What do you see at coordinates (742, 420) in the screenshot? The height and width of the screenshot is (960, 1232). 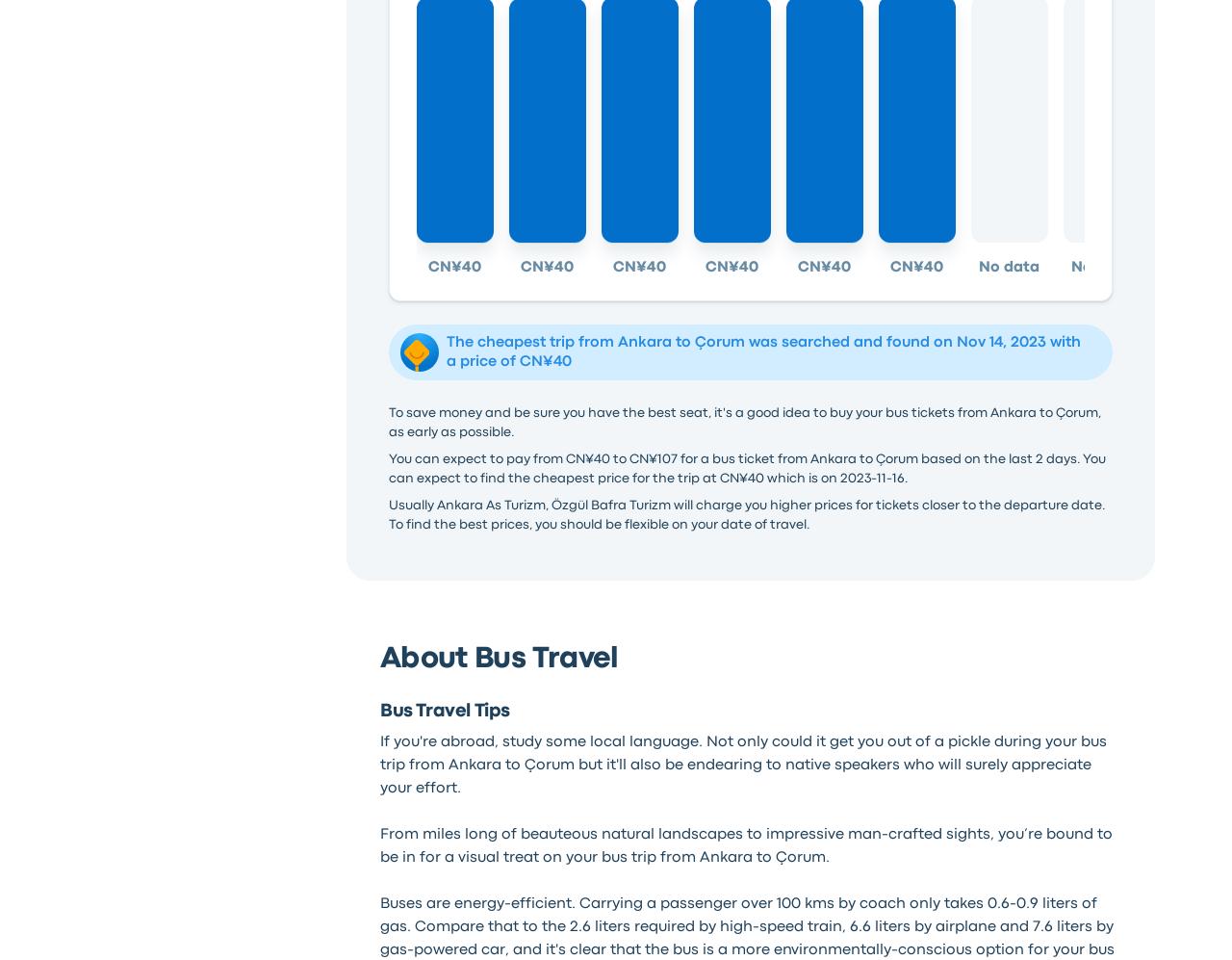 I see `'To save money and be sure you have the best seat, it's a good idea to buy your bus tickets from Ankara to Çorum, as early as possible.'` at bounding box center [742, 420].